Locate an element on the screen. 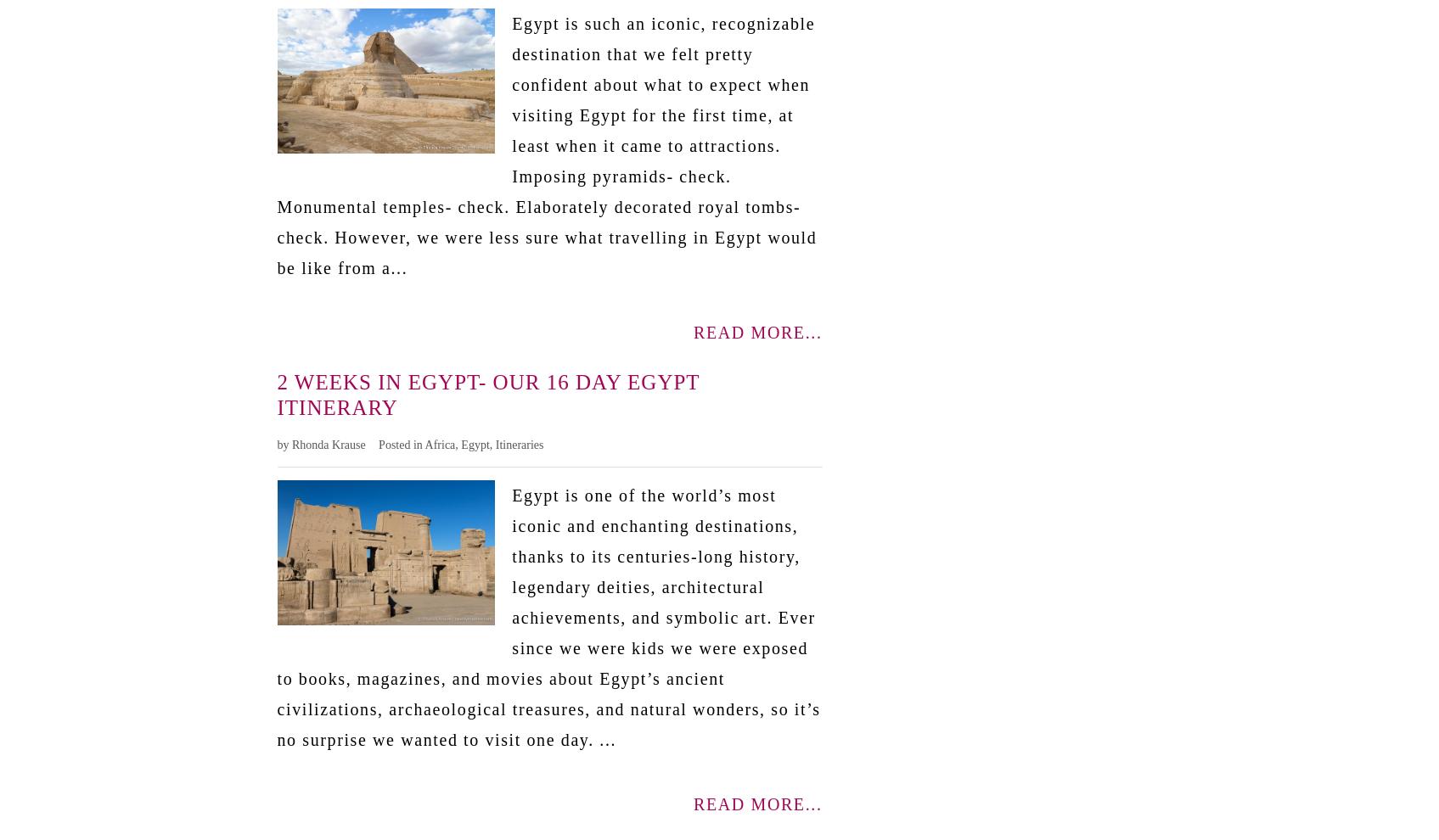 Image resolution: width=1439 pixels, height=840 pixels. 'Egypt is such an iconic, recognizable destination that we felt pretty confident about what to expect when visiting Egypt for the first time, at least when it came to attractions. Imposing pyramids- check. Monumental temples- check. Elaborately decorated royal tombs- check. However, we were less sure what travelling in Egypt would be like from a...' is located at coordinates (276, 144).